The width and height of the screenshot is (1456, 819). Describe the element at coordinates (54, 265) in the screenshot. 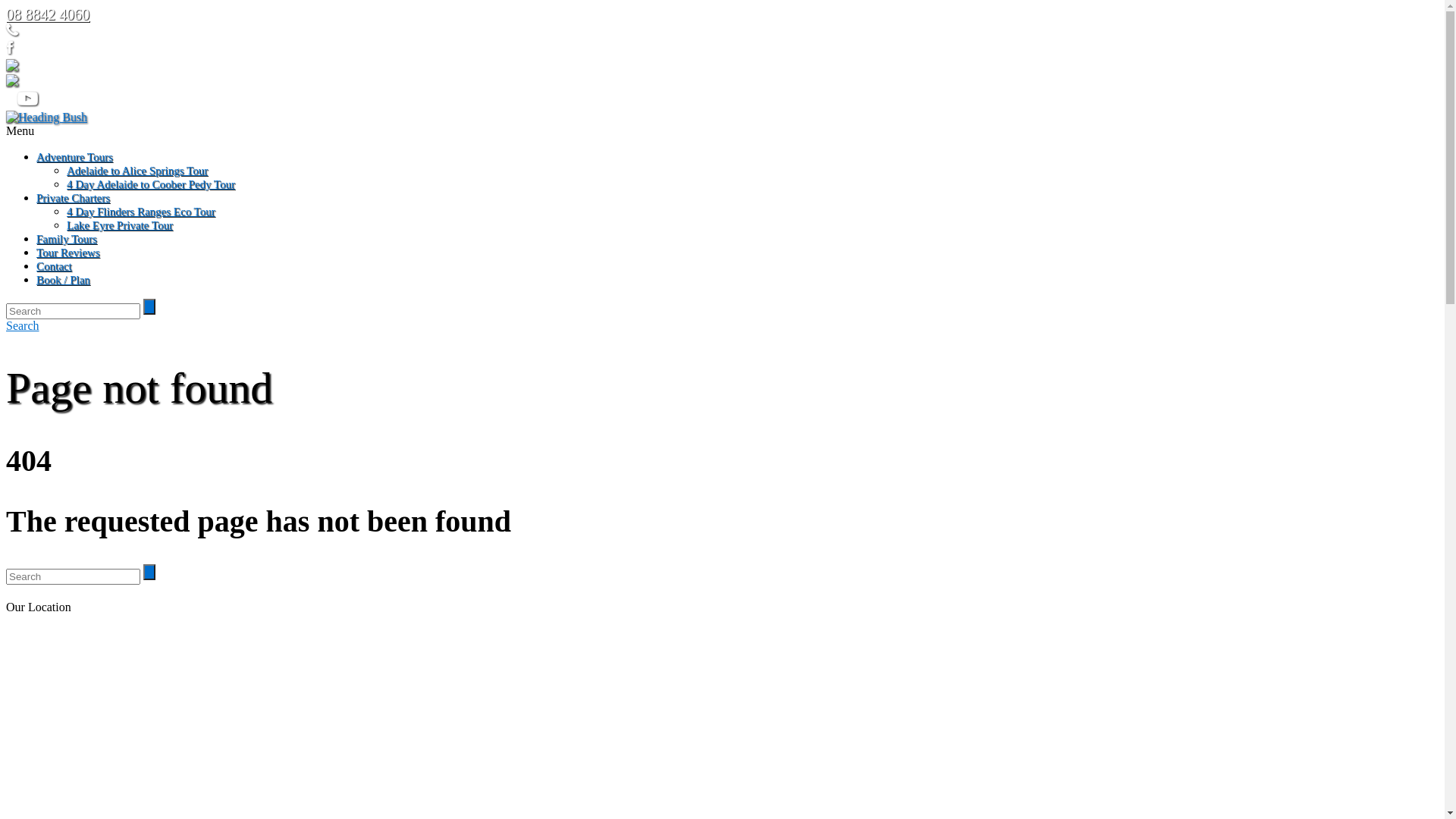

I see `'Contact'` at that location.